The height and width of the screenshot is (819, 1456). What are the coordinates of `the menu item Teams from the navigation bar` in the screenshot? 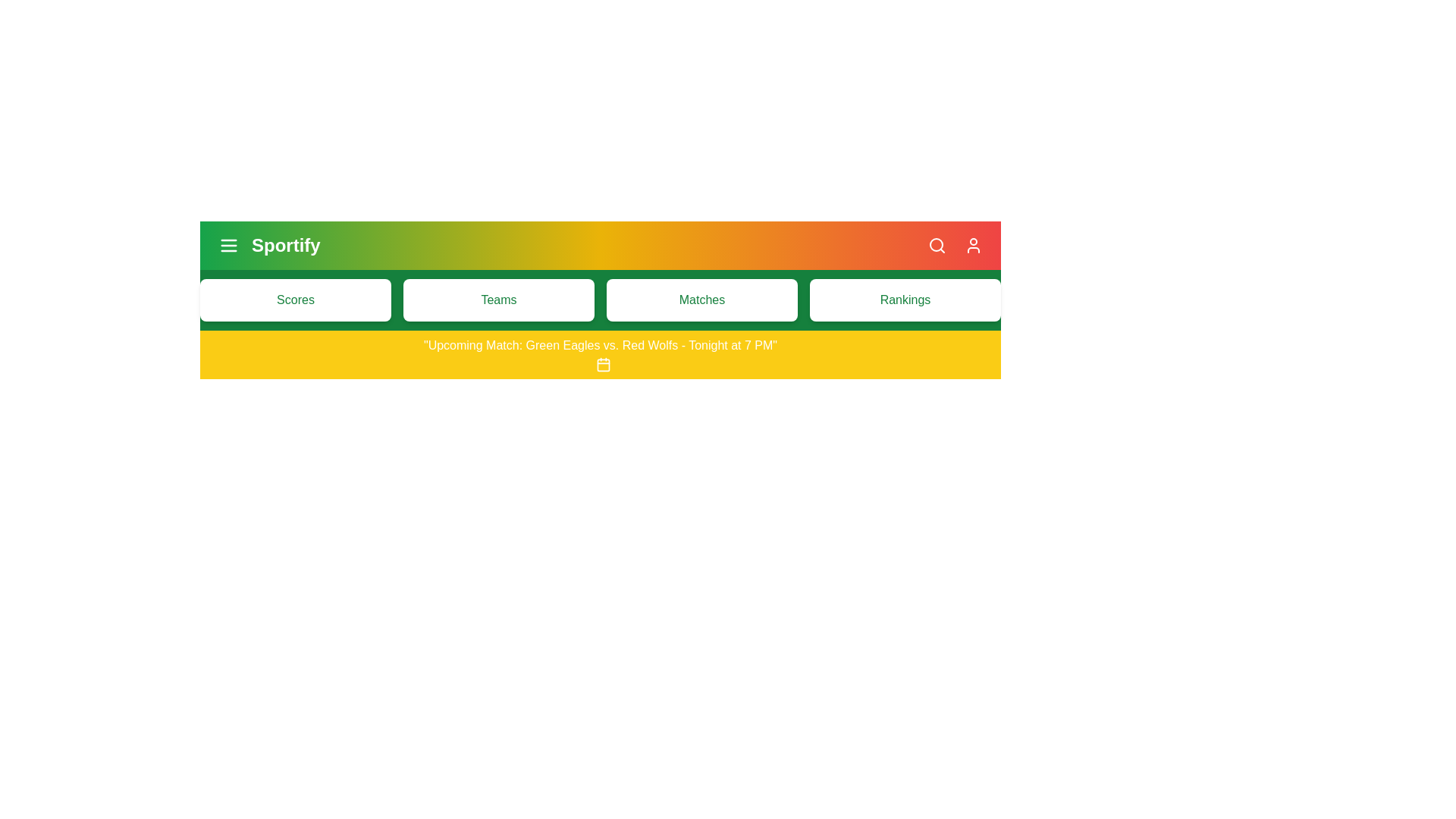 It's located at (498, 300).